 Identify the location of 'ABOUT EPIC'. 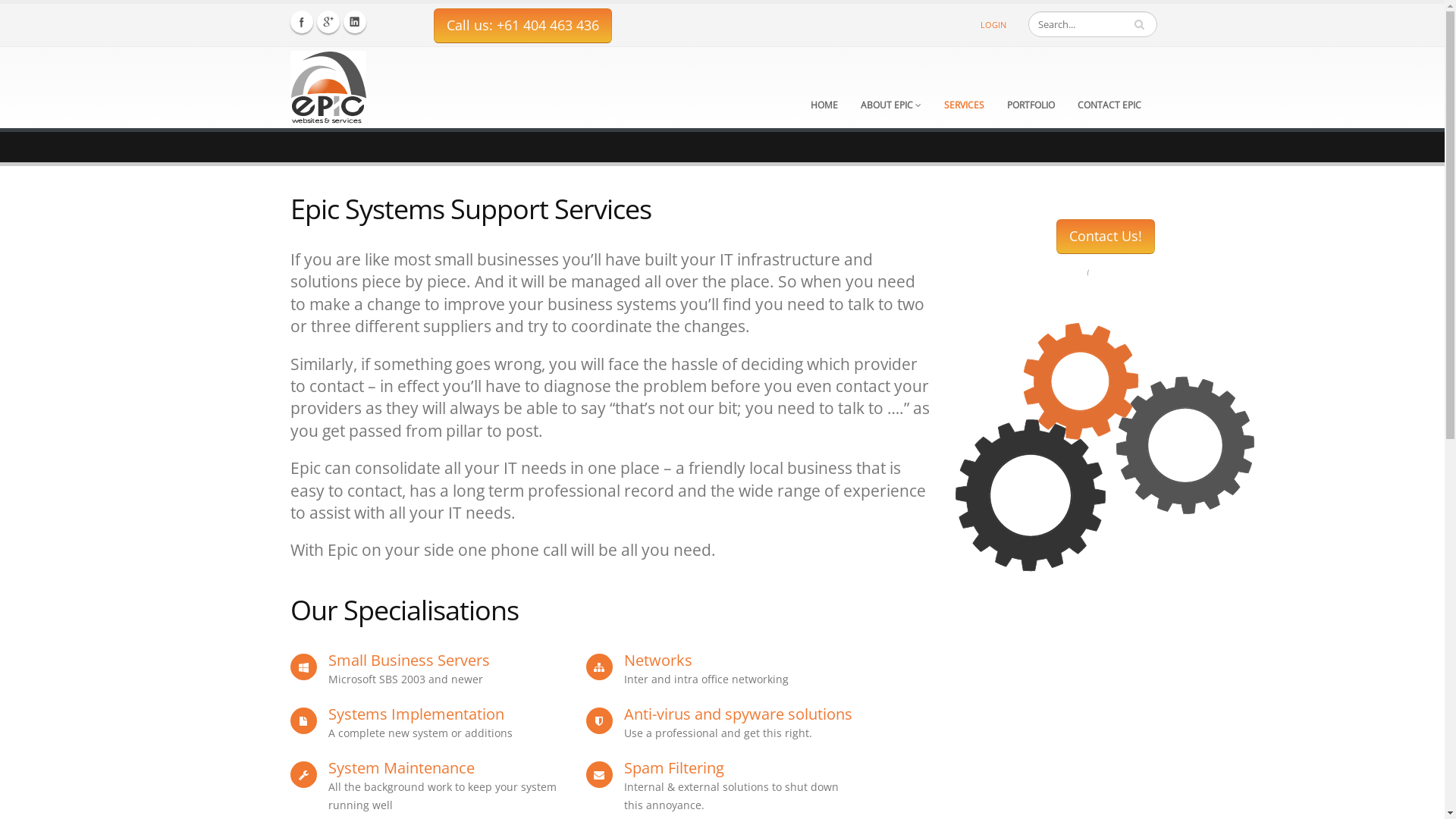
(891, 93).